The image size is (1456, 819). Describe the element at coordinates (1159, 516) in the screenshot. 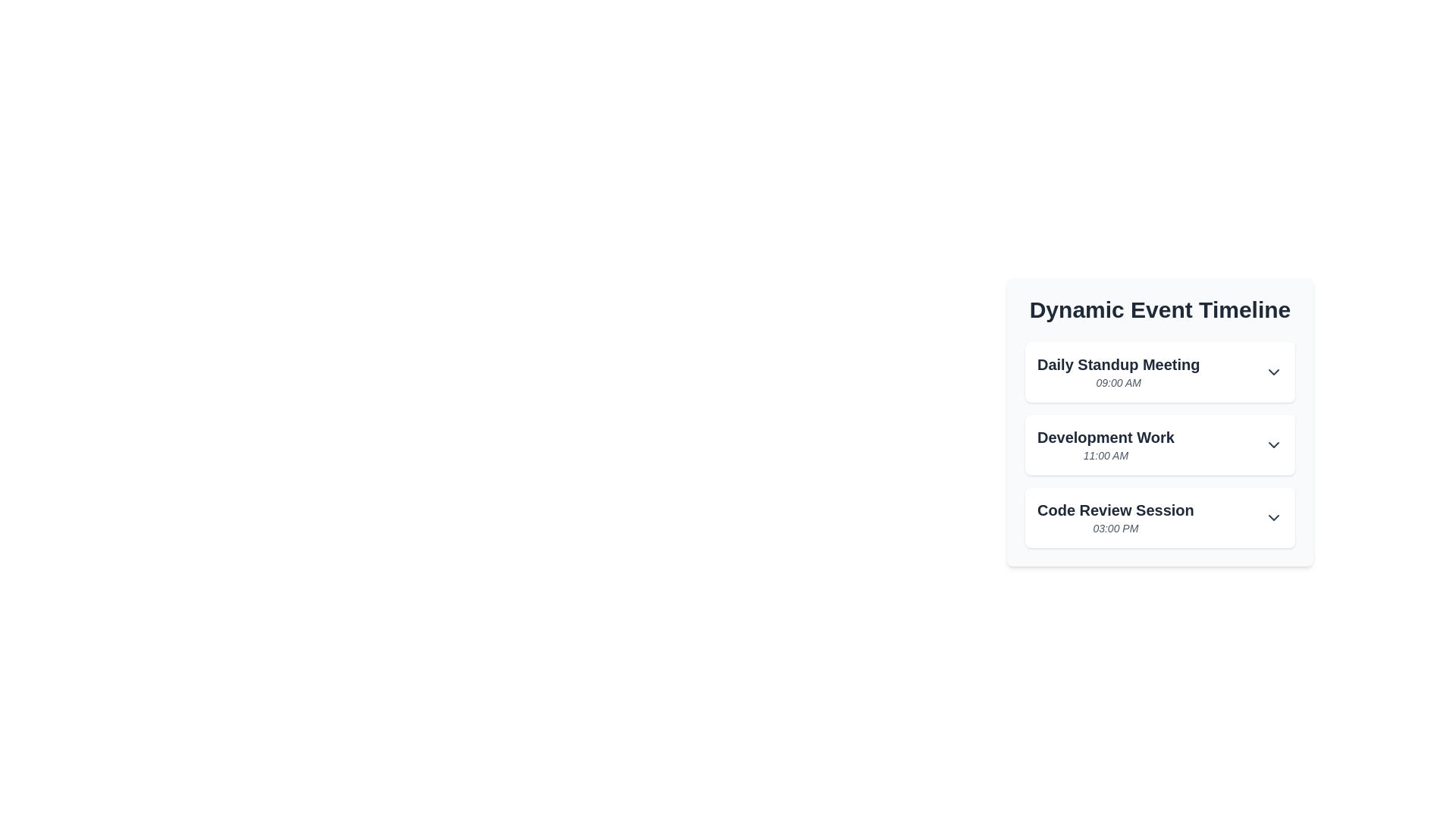

I see `the dropdown arrow on the third item in the 'Dynamic Event Timeline' list` at that location.